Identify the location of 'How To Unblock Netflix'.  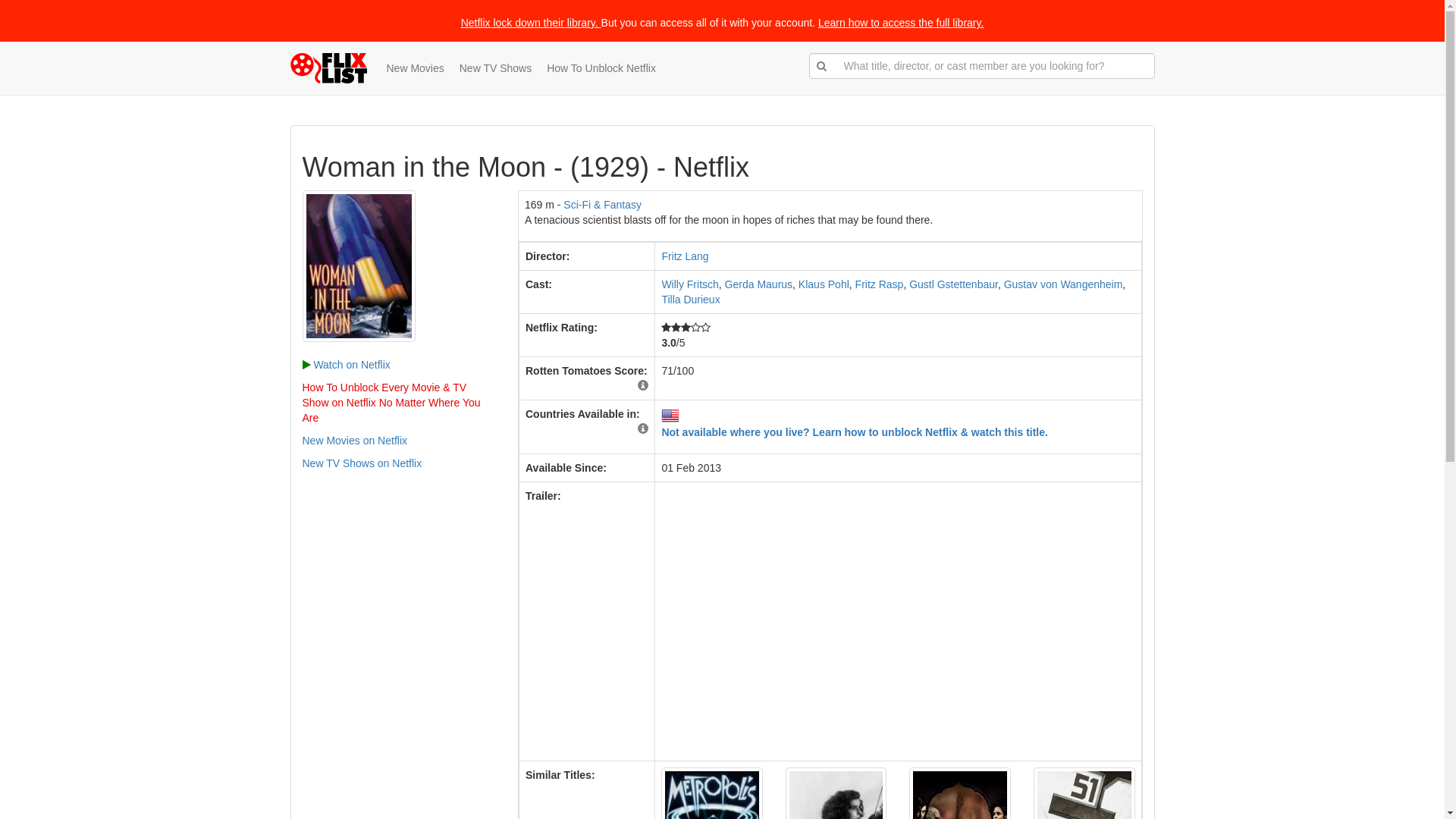
(600, 67).